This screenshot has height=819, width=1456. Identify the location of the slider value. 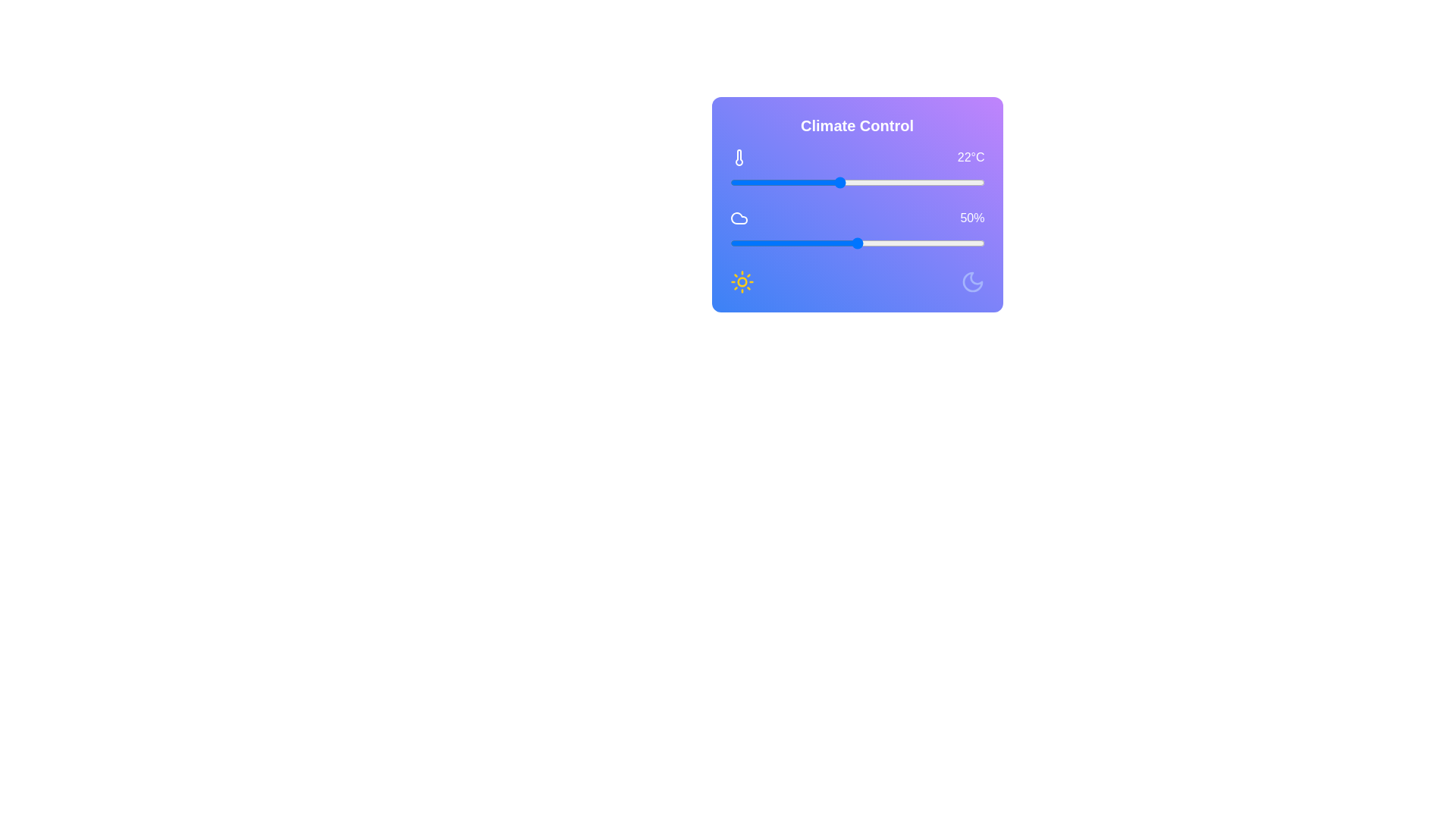
(843, 242).